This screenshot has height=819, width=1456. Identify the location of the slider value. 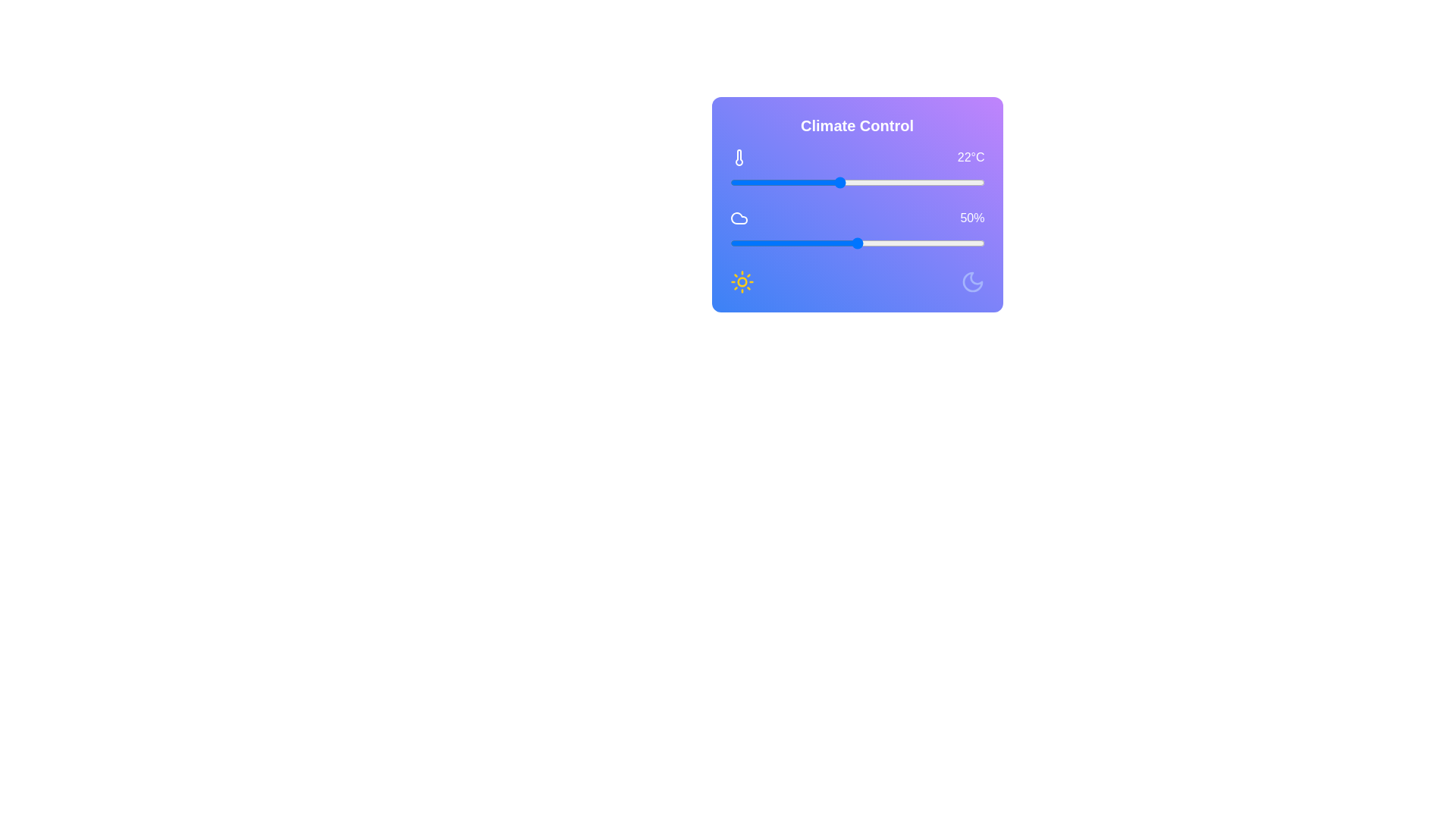
(843, 242).